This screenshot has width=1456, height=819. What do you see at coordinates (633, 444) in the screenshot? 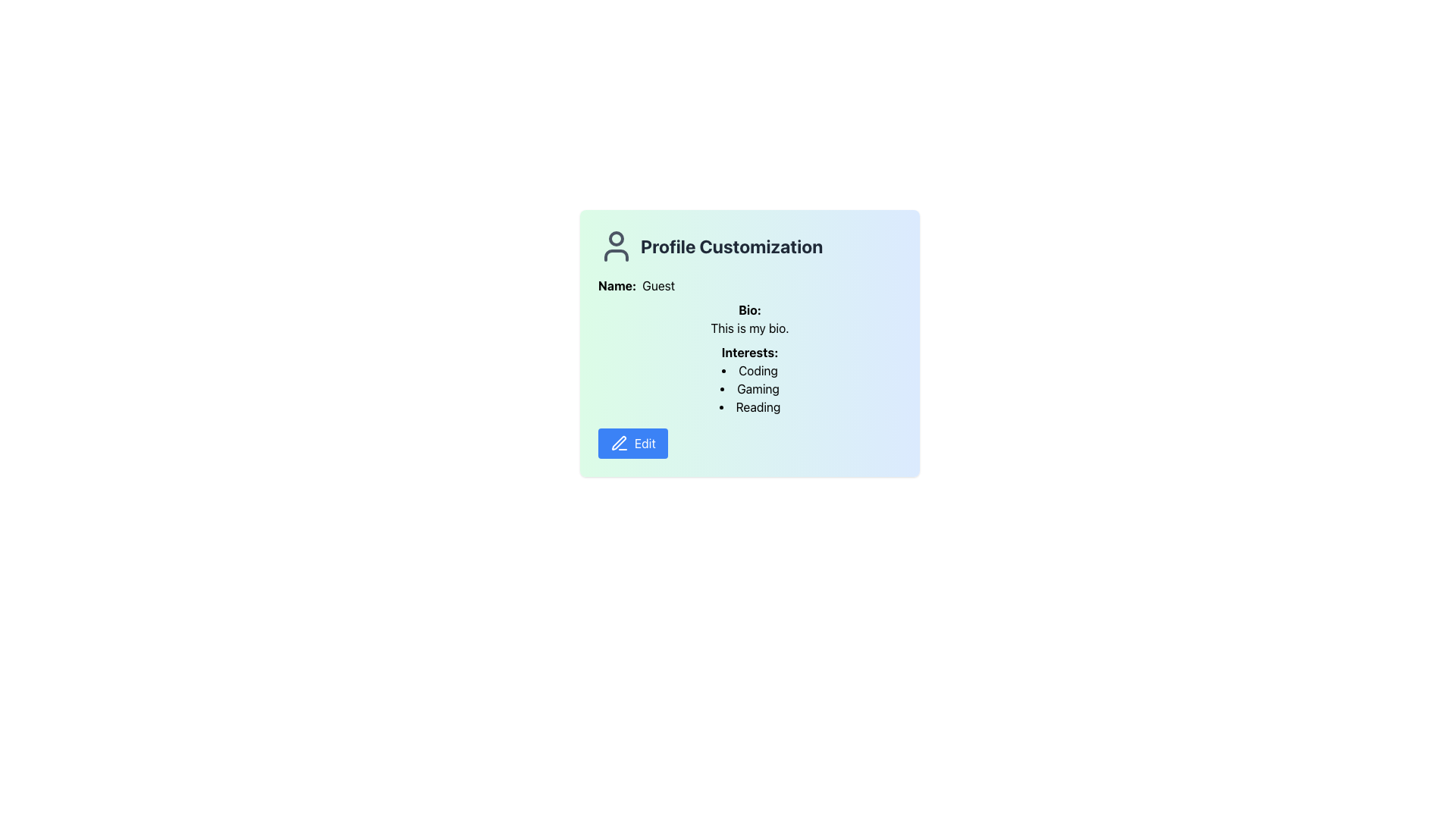
I see `the 'Edit' button with a blue background and white text to trigger hover effects` at bounding box center [633, 444].